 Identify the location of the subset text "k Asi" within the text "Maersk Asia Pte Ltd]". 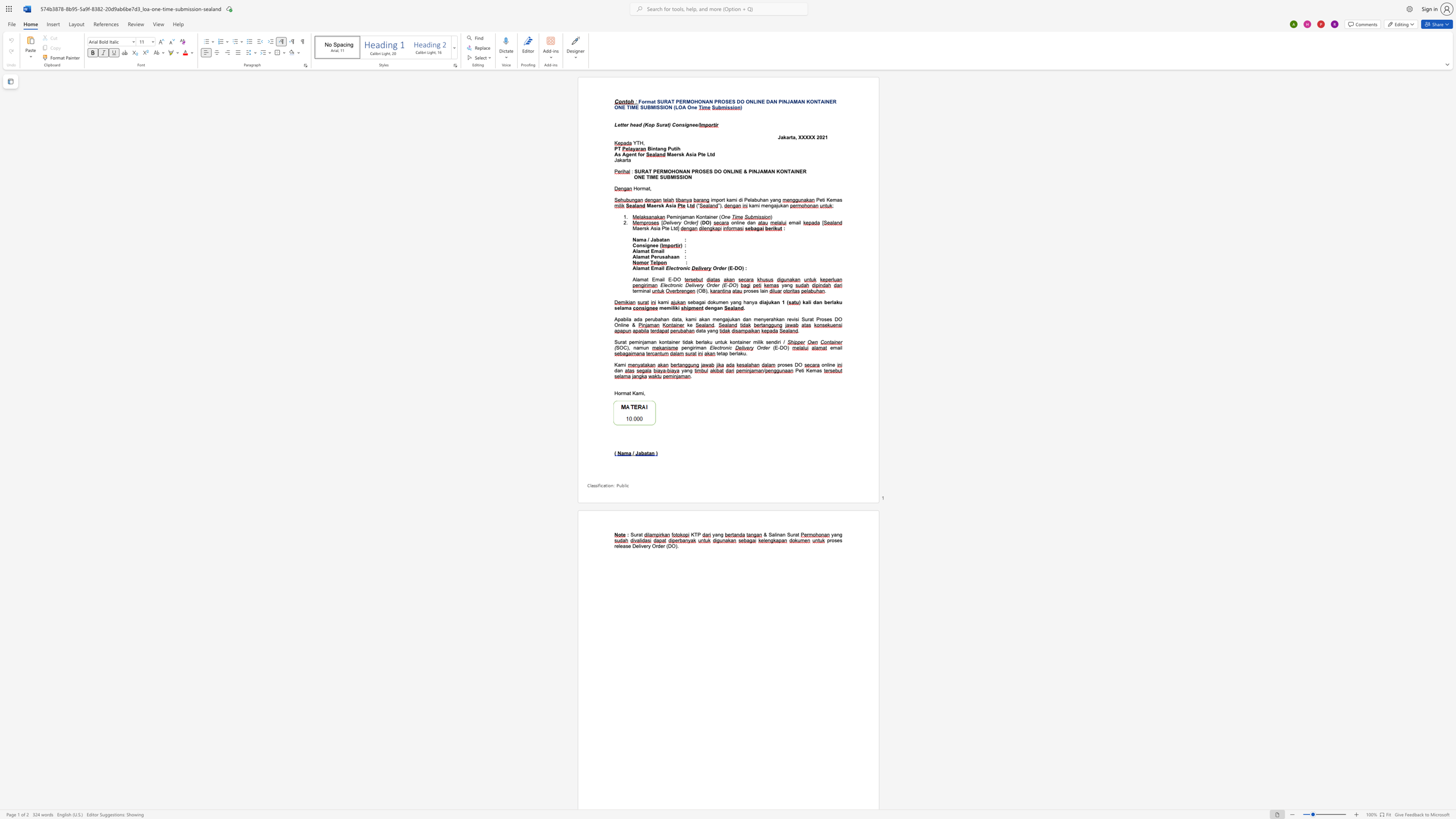
(645, 228).